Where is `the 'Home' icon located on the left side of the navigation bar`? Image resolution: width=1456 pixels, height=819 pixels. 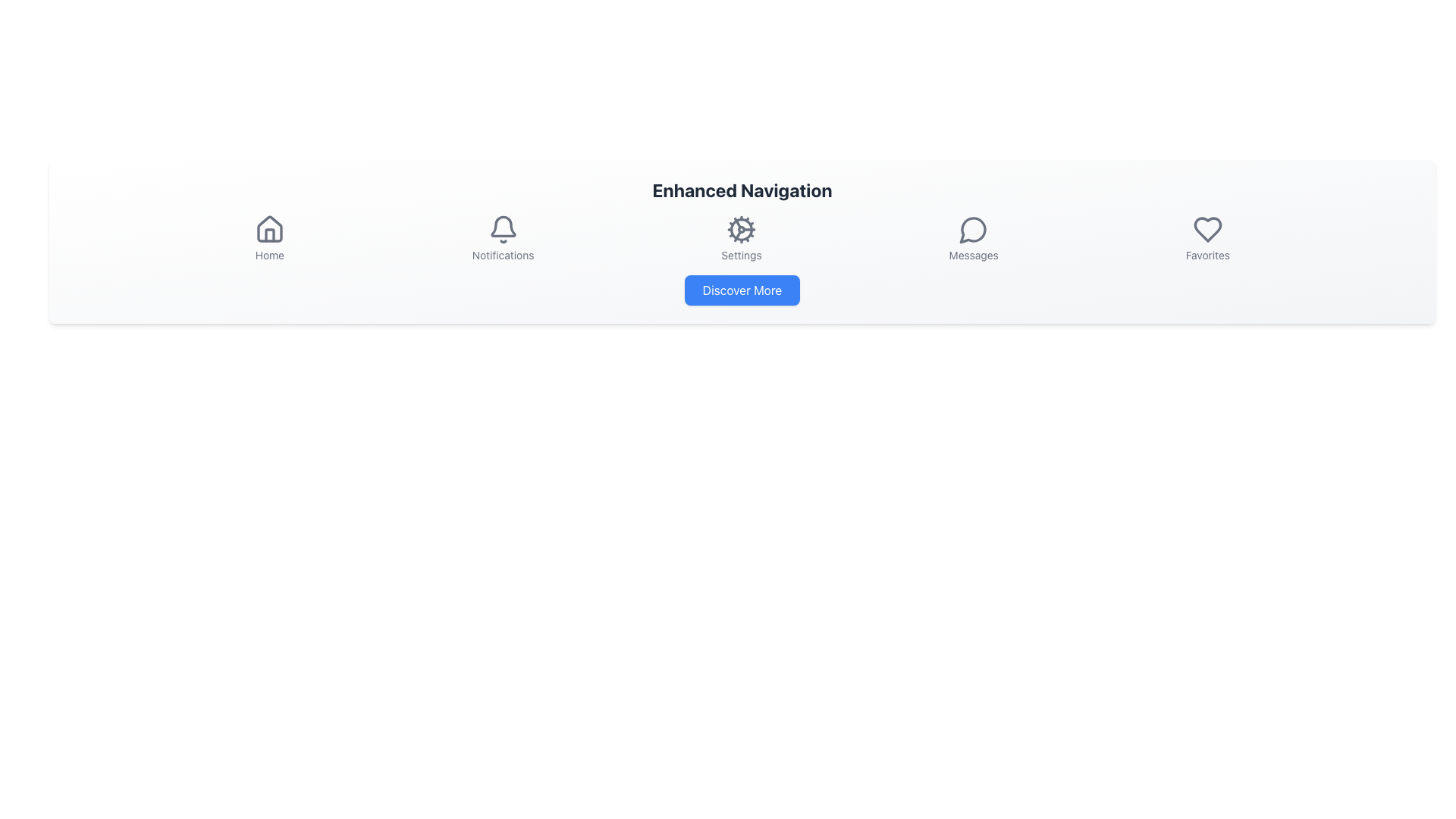 the 'Home' icon located on the left side of the navigation bar is located at coordinates (269, 229).